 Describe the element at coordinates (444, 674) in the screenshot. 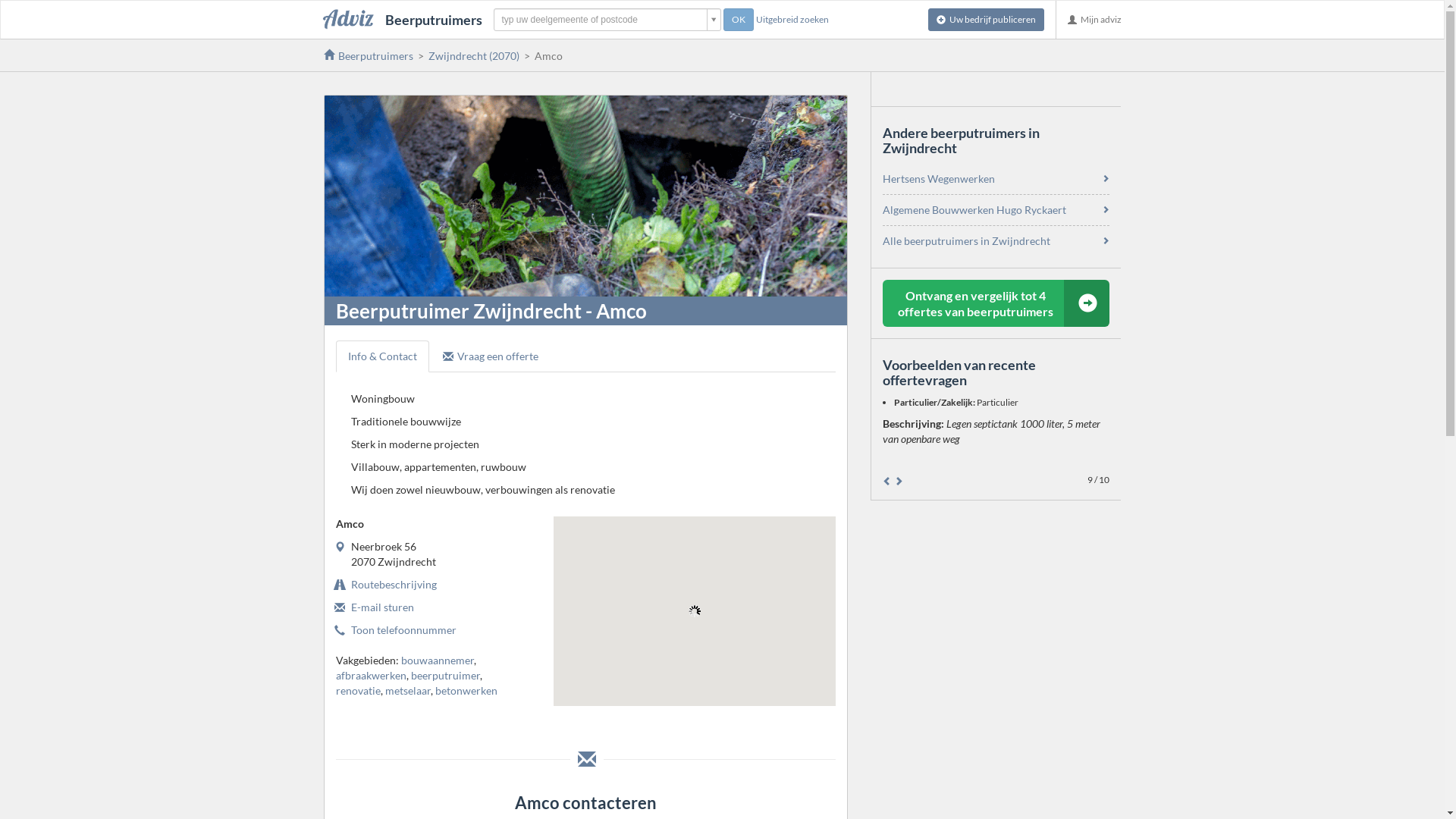

I see `'beerputruimer'` at that location.